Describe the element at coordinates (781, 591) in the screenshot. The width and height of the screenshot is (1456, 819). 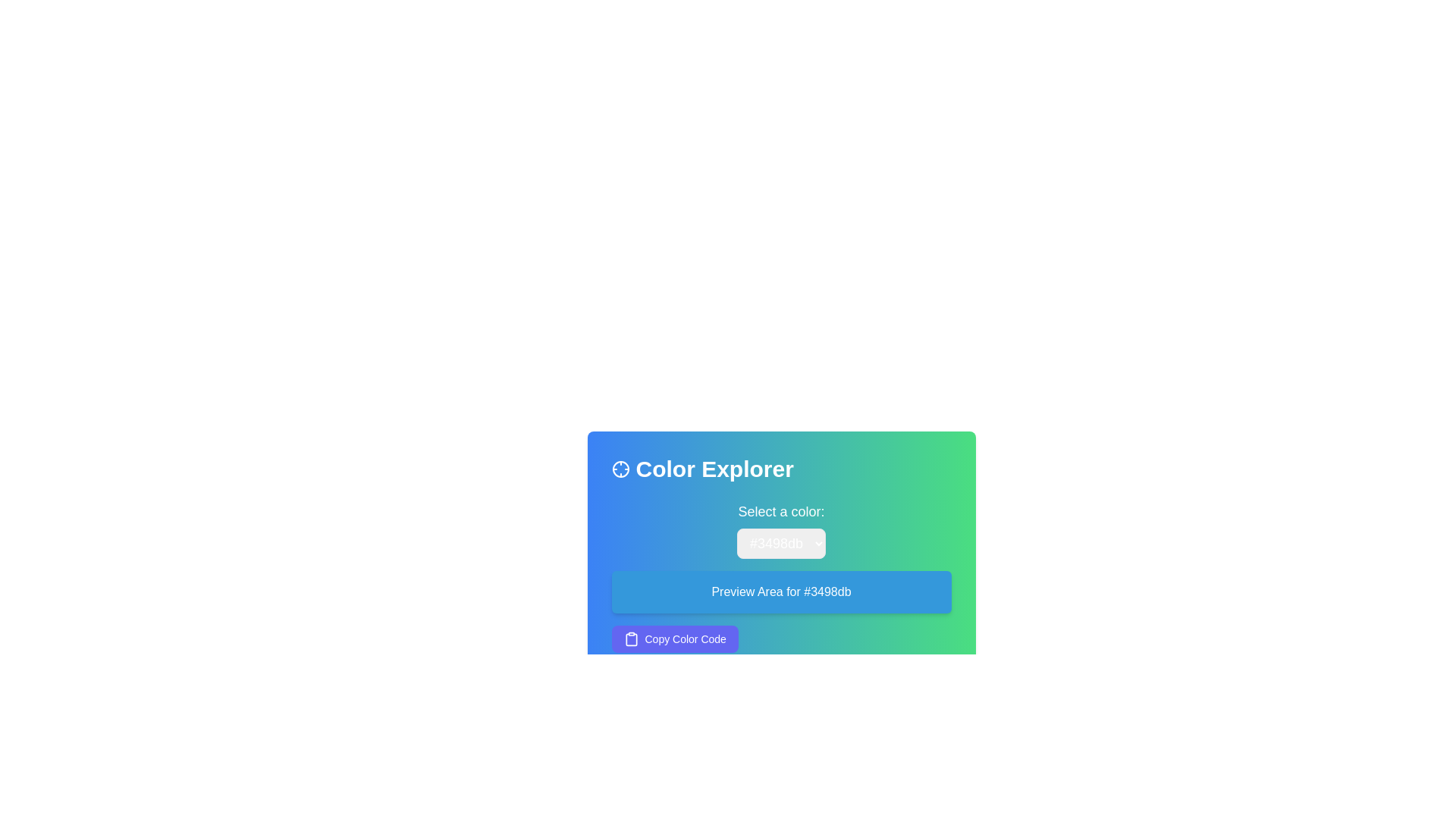
I see `the Preview Panel that displays the color associated with the code #3498db, located below the color picker input box and above the 'Copy Color Code' button` at that location.